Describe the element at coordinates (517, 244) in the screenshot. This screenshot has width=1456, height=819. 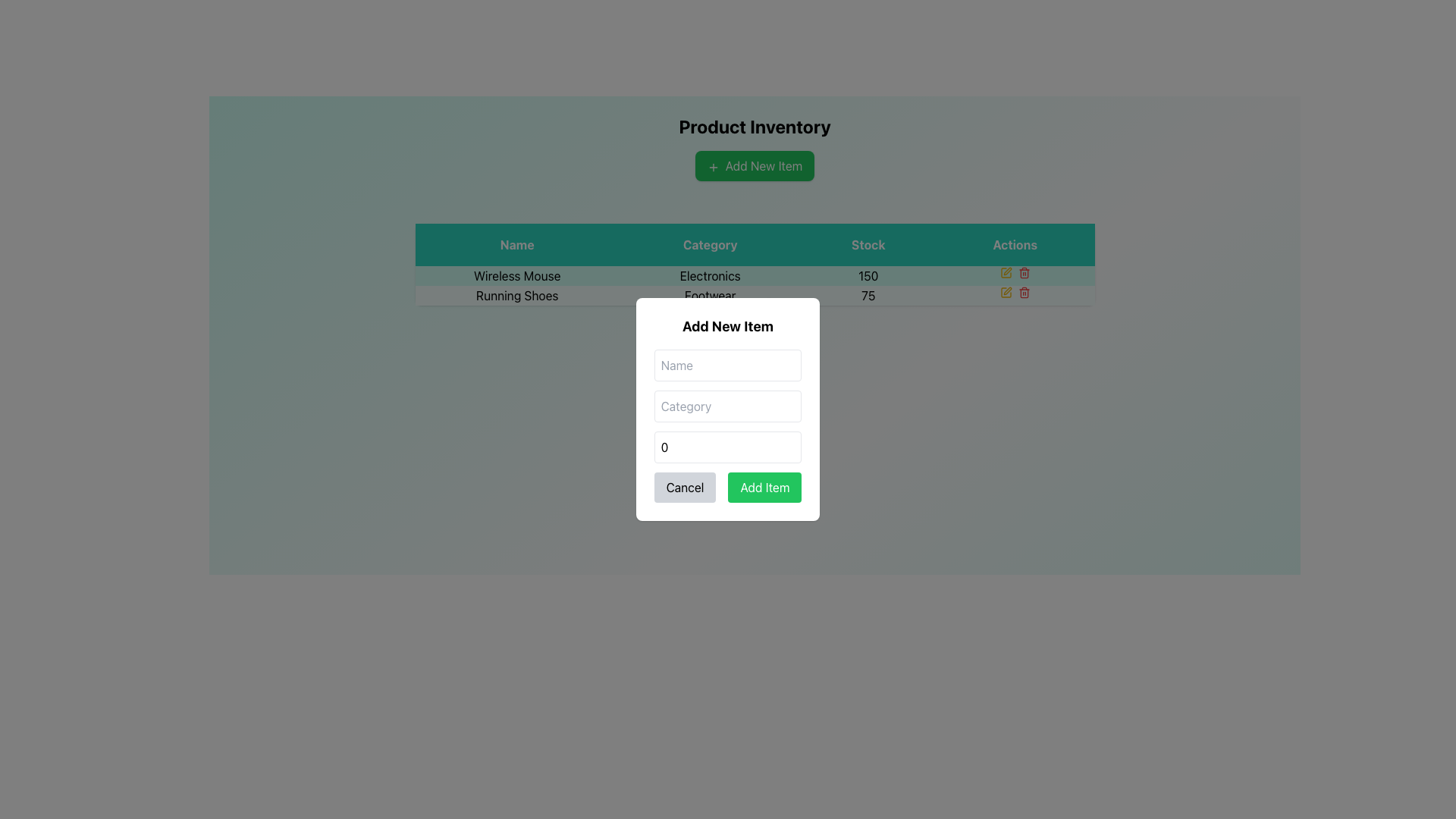
I see `the text label displaying 'Name', which is styled with a bold white font on a green background and is positioned at the top-left of a table` at that location.